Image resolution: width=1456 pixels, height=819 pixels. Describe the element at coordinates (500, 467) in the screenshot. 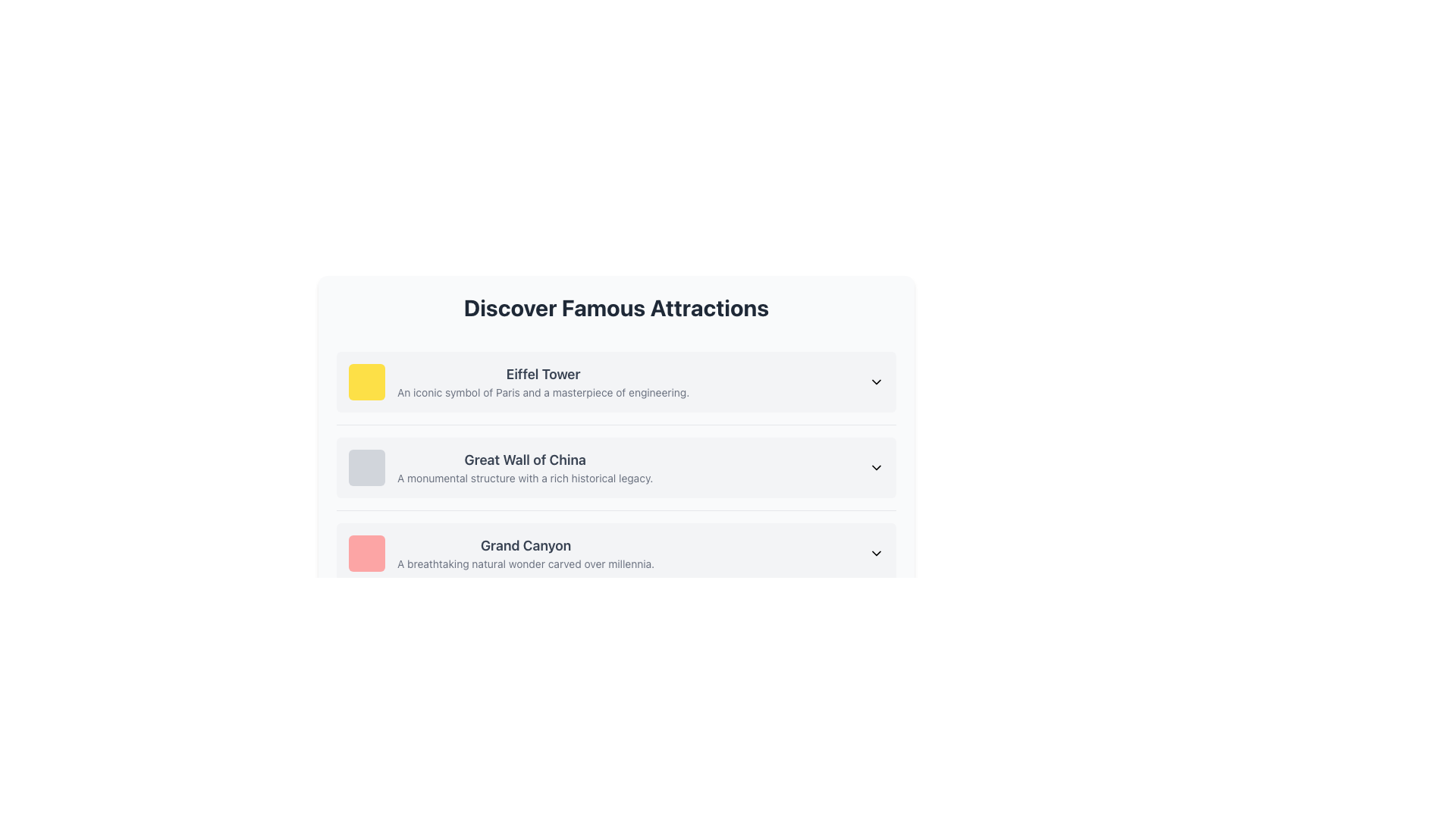

I see `the Text block displaying the title and subtitle about the Great Wall of China` at that location.